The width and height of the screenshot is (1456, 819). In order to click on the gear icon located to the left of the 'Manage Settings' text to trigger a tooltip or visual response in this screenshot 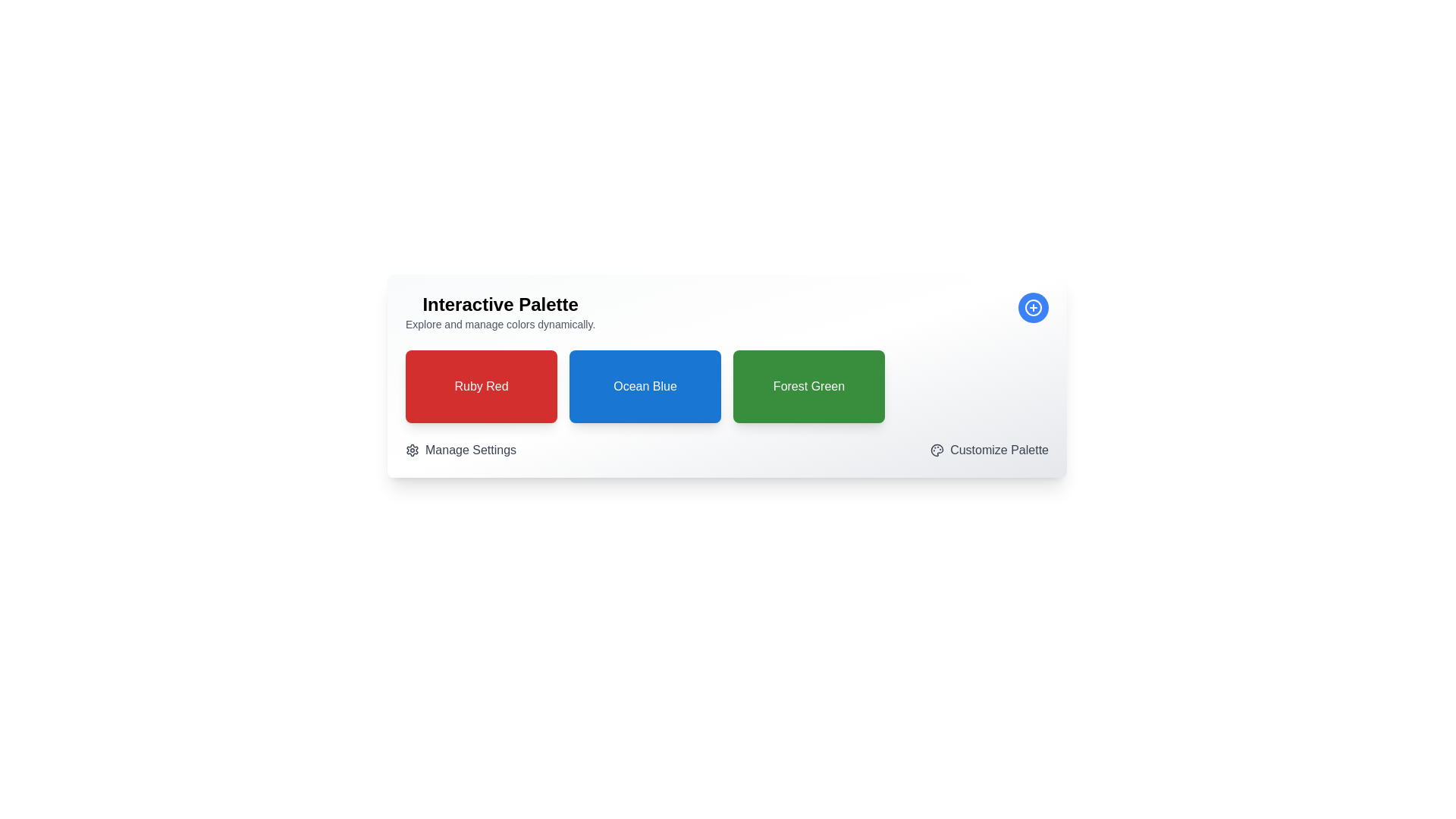, I will do `click(412, 450)`.